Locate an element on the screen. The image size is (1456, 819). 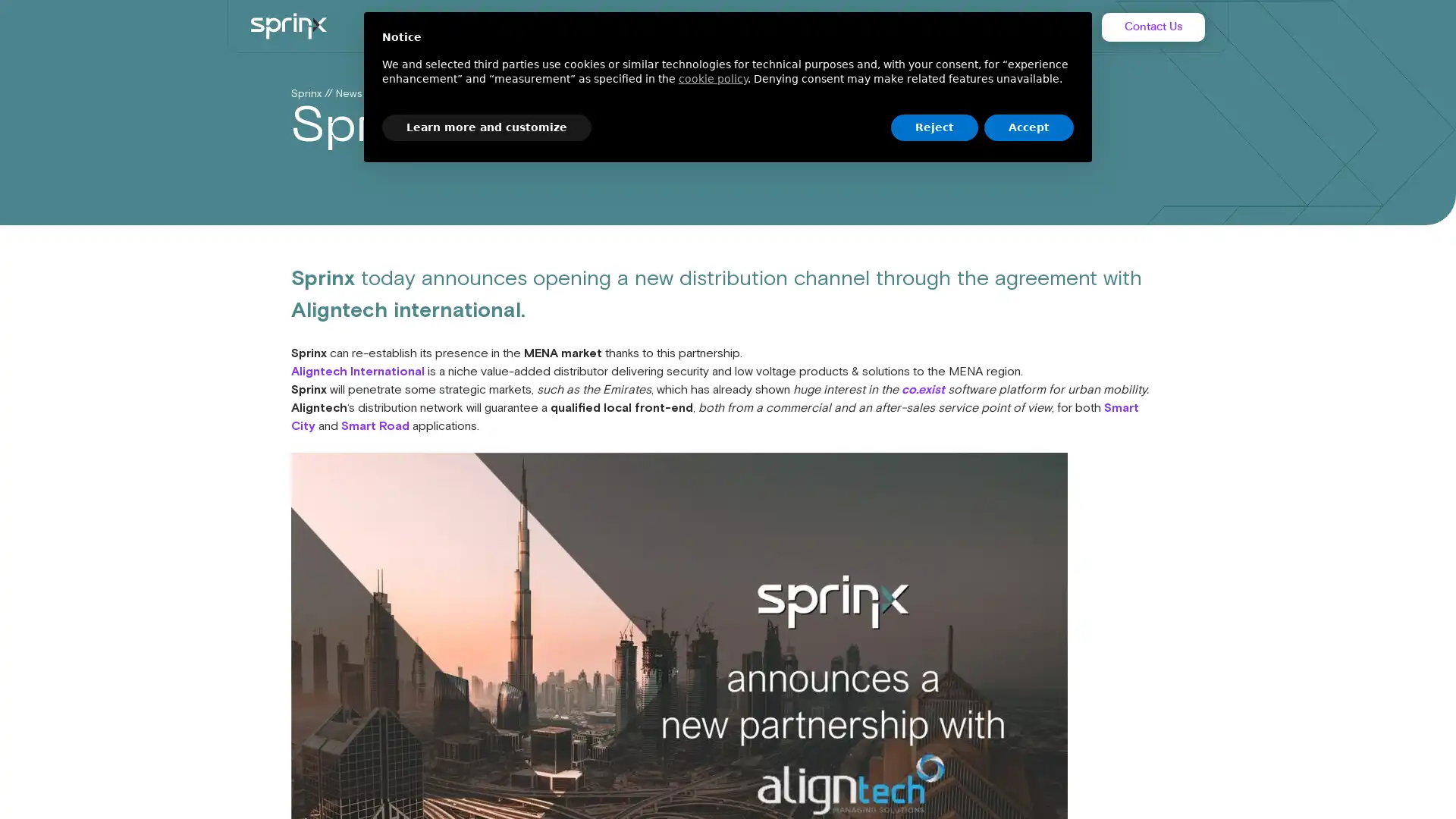
Learn more and customize is located at coordinates (487, 127).